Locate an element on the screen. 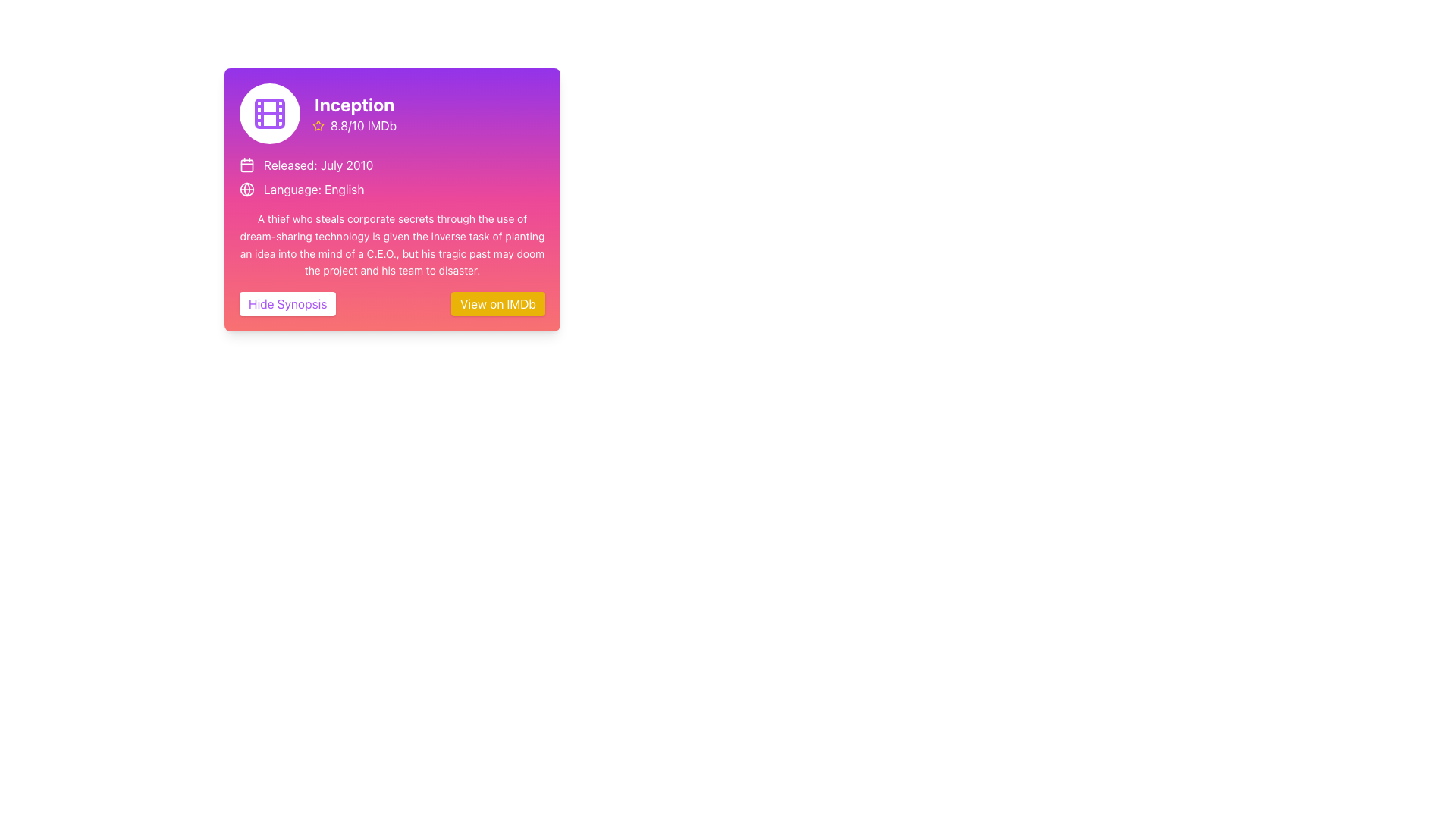  the calendar icon representing the main body of the calendar for the movie 'Inception', located centrally under the month strokes is located at coordinates (247, 165).